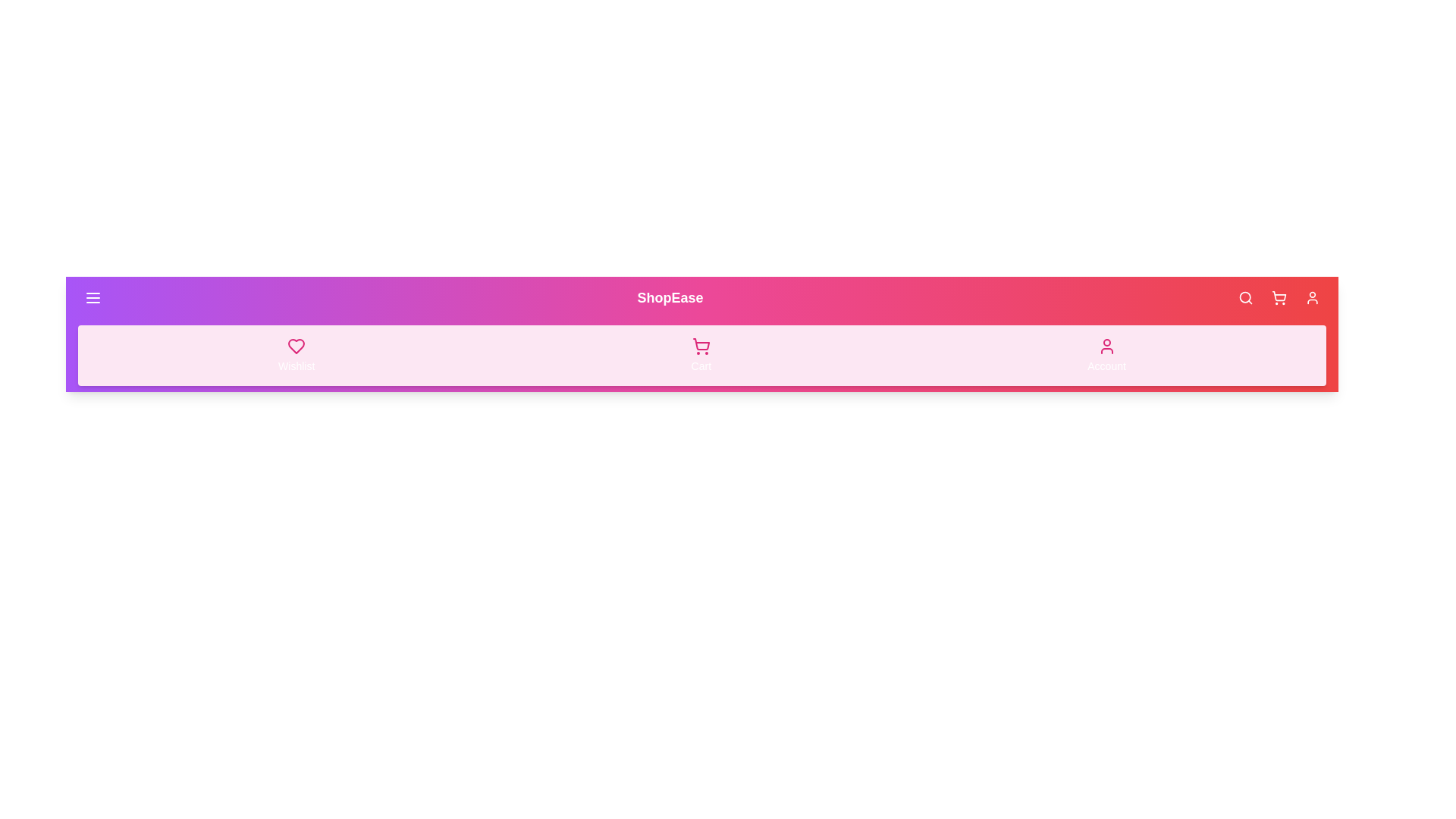 Image resolution: width=1456 pixels, height=819 pixels. What do you see at coordinates (93, 298) in the screenshot?
I see `the menu button to toggle the menu visibility` at bounding box center [93, 298].